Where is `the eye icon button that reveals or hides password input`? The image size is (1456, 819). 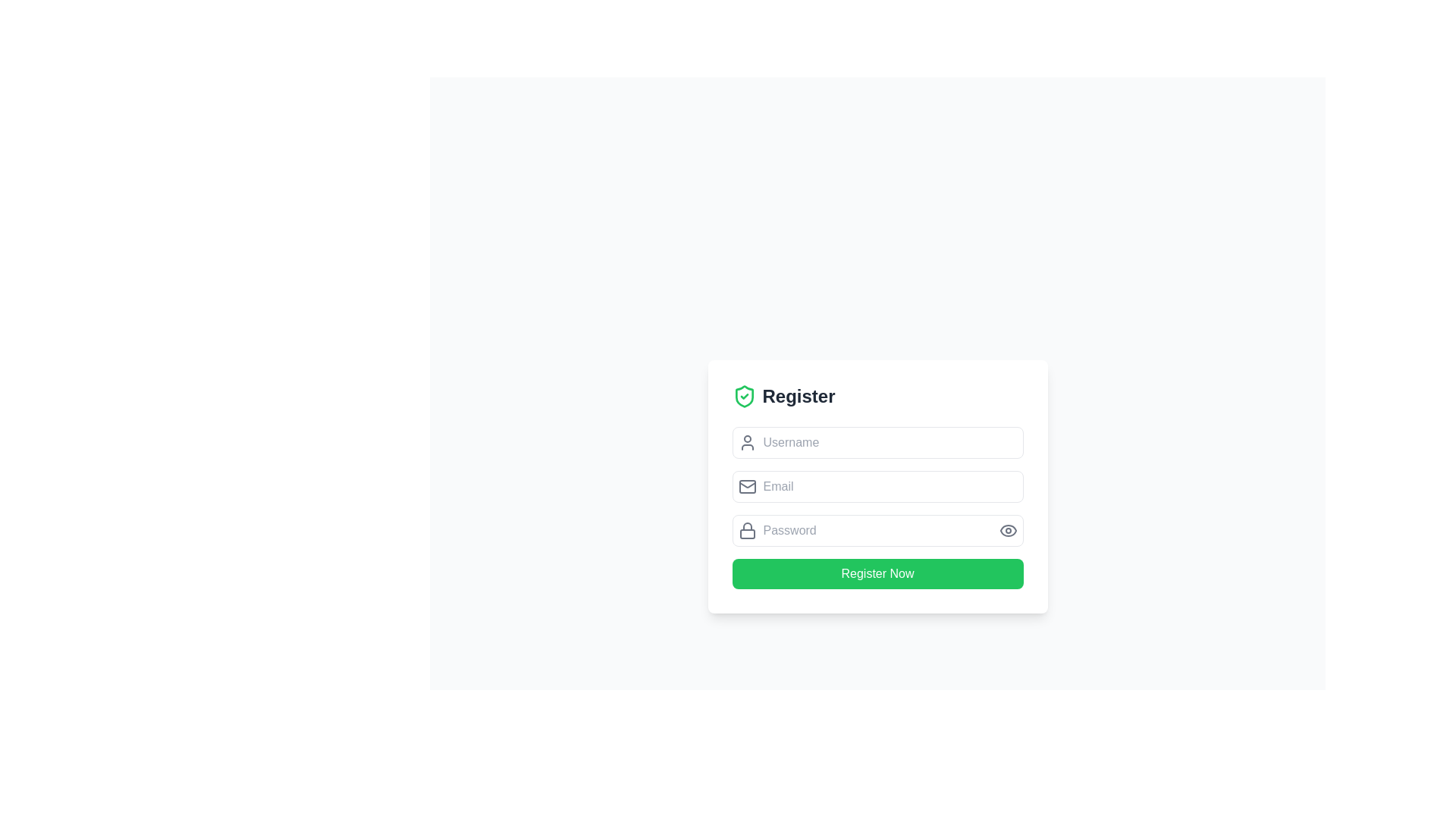
the eye icon button that reveals or hides password input is located at coordinates (1008, 529).